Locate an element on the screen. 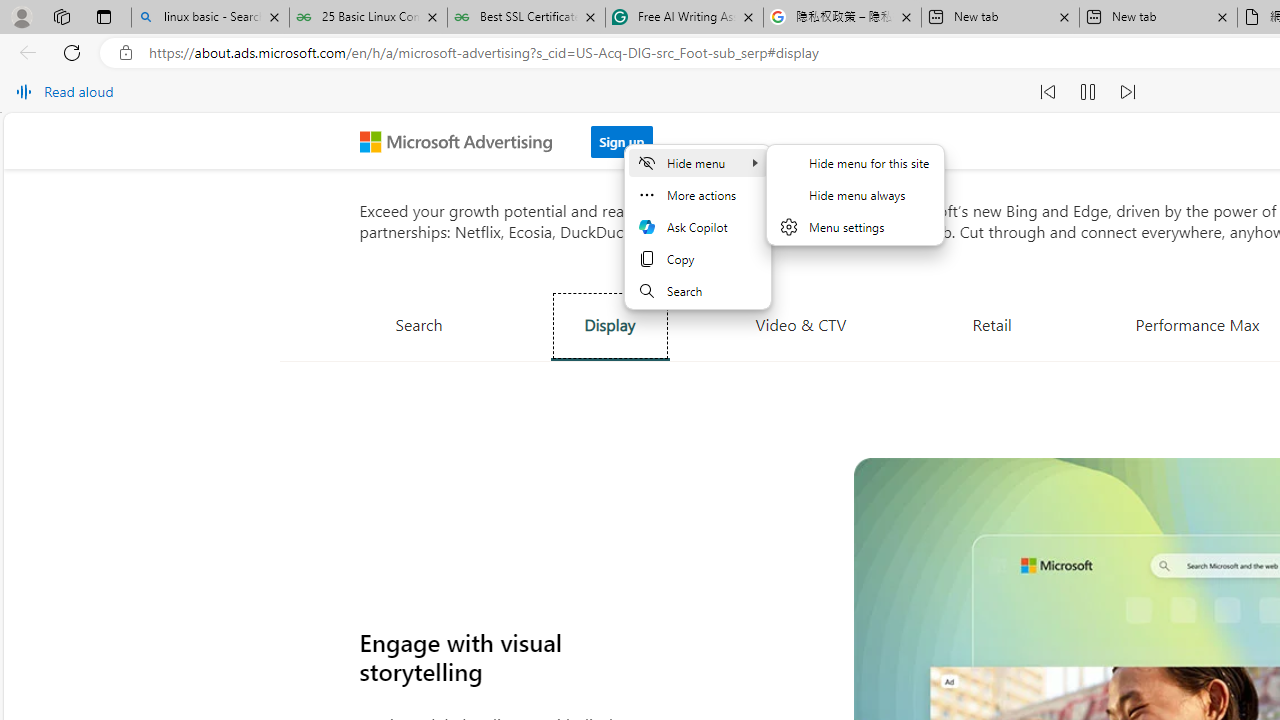 The image size is (1280, 720). 'Microsoft Advertising' is located at coordinates (463, 139).